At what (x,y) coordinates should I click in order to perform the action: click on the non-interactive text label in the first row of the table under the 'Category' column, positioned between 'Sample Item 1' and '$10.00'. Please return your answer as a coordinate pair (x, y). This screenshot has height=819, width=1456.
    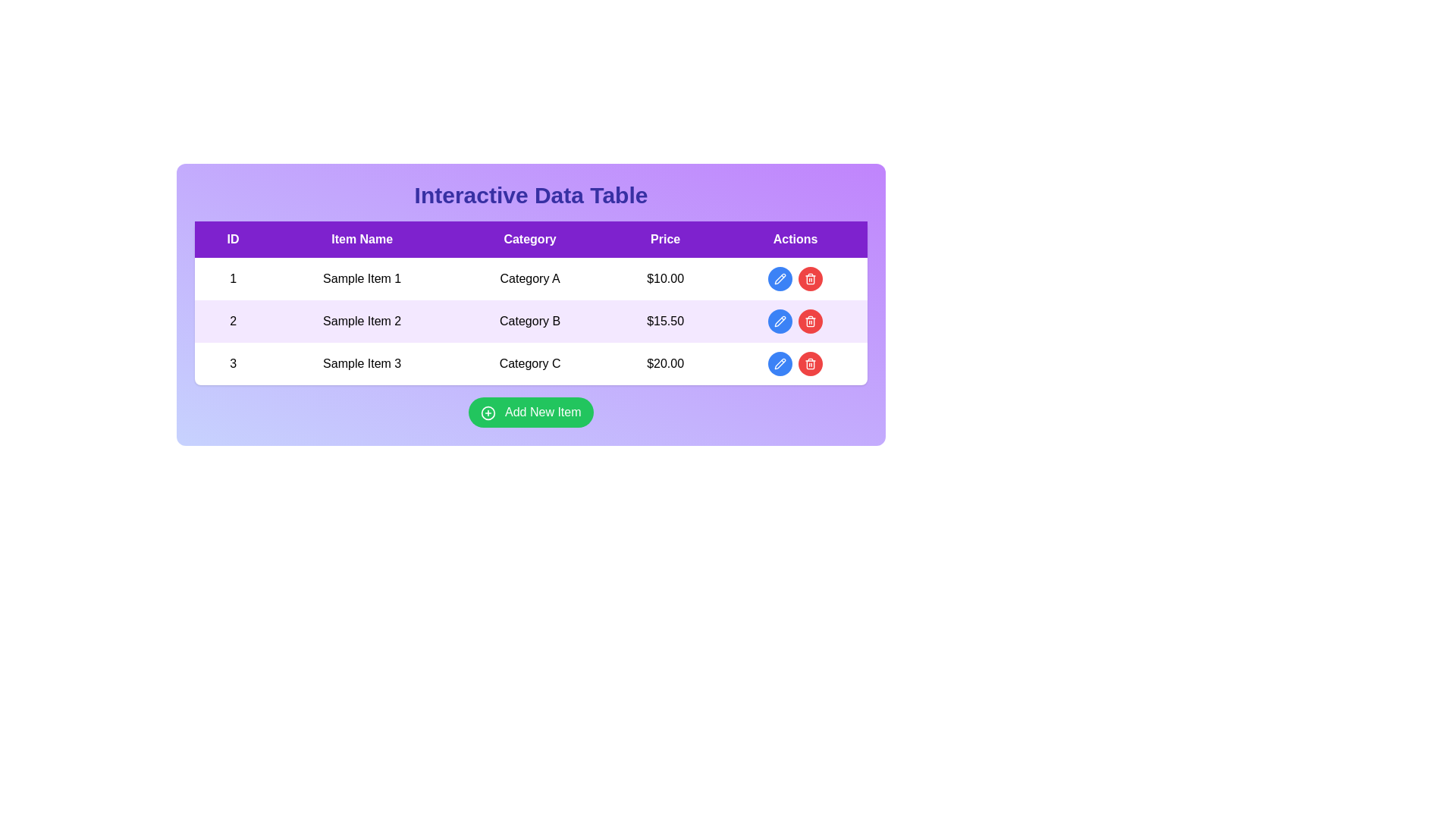
    Looking at the image, I should click on (531, 278).